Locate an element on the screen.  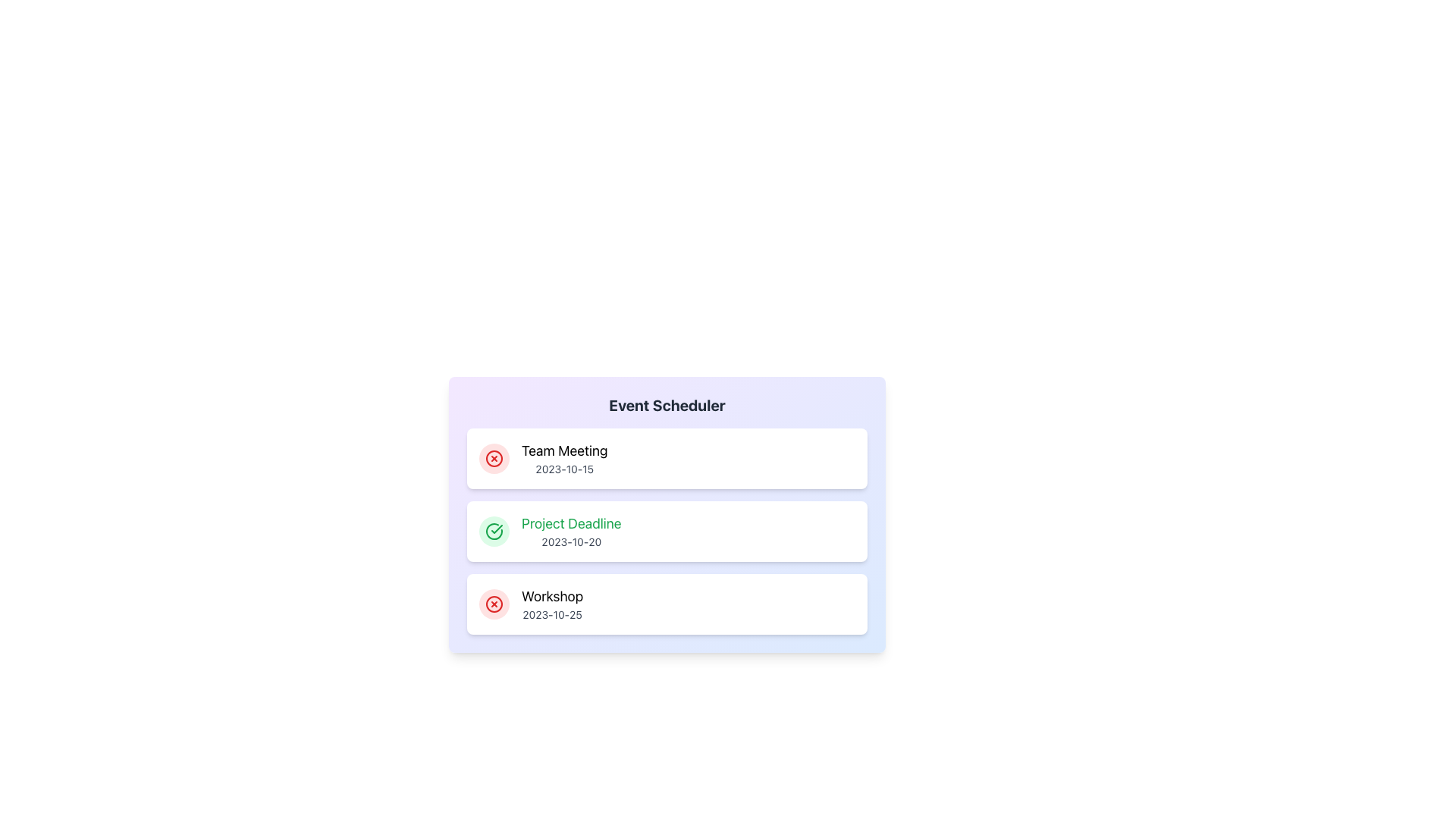
the cancellation or error state icon for the 'Team Meeting' event, located at the left side of the event card is located at coordinates (494, 458).